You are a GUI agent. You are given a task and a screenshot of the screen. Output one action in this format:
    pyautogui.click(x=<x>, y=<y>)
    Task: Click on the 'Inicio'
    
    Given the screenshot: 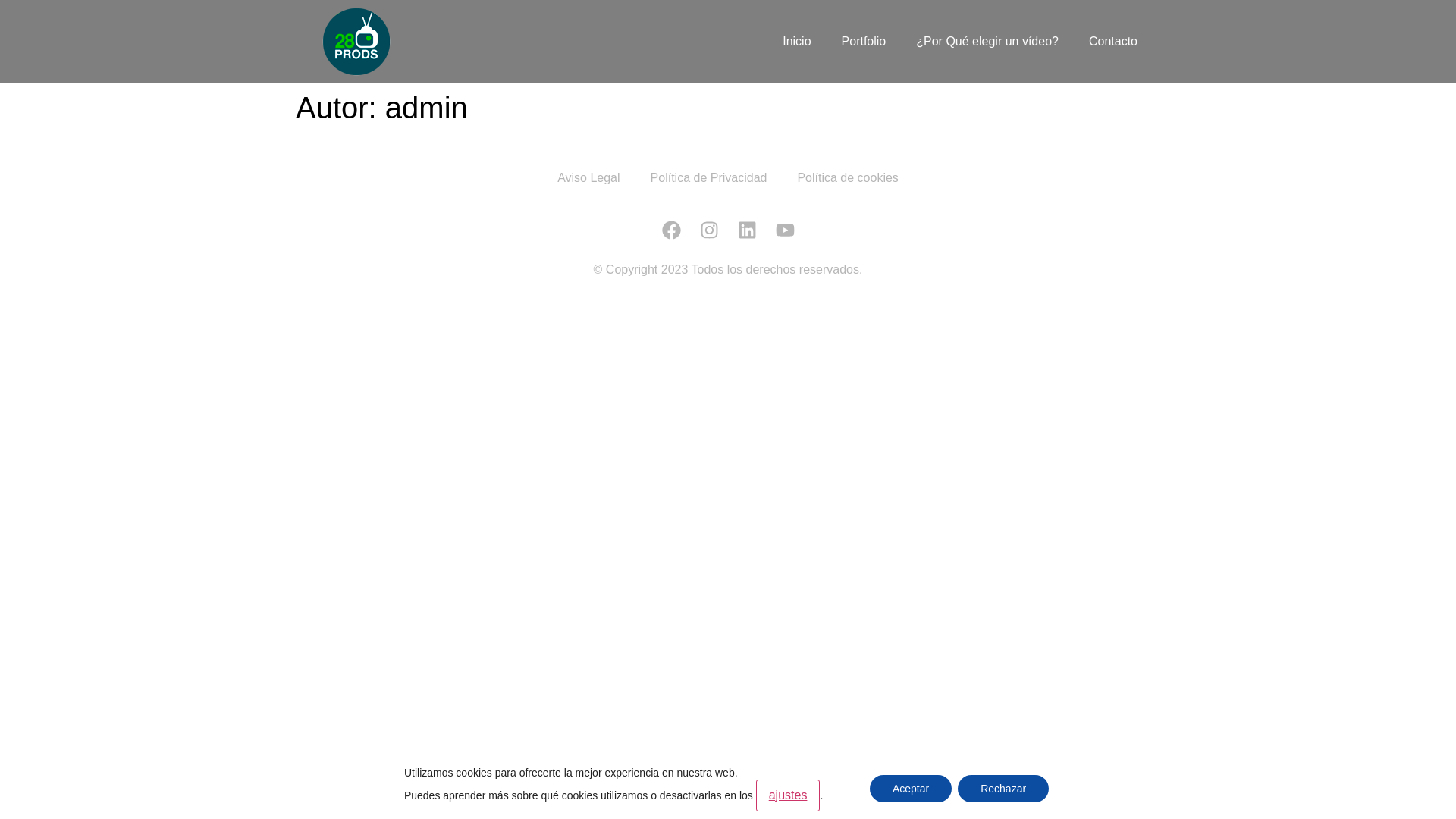 What is the action you would take?
    pyautogui.click(x=795, y=40)
    